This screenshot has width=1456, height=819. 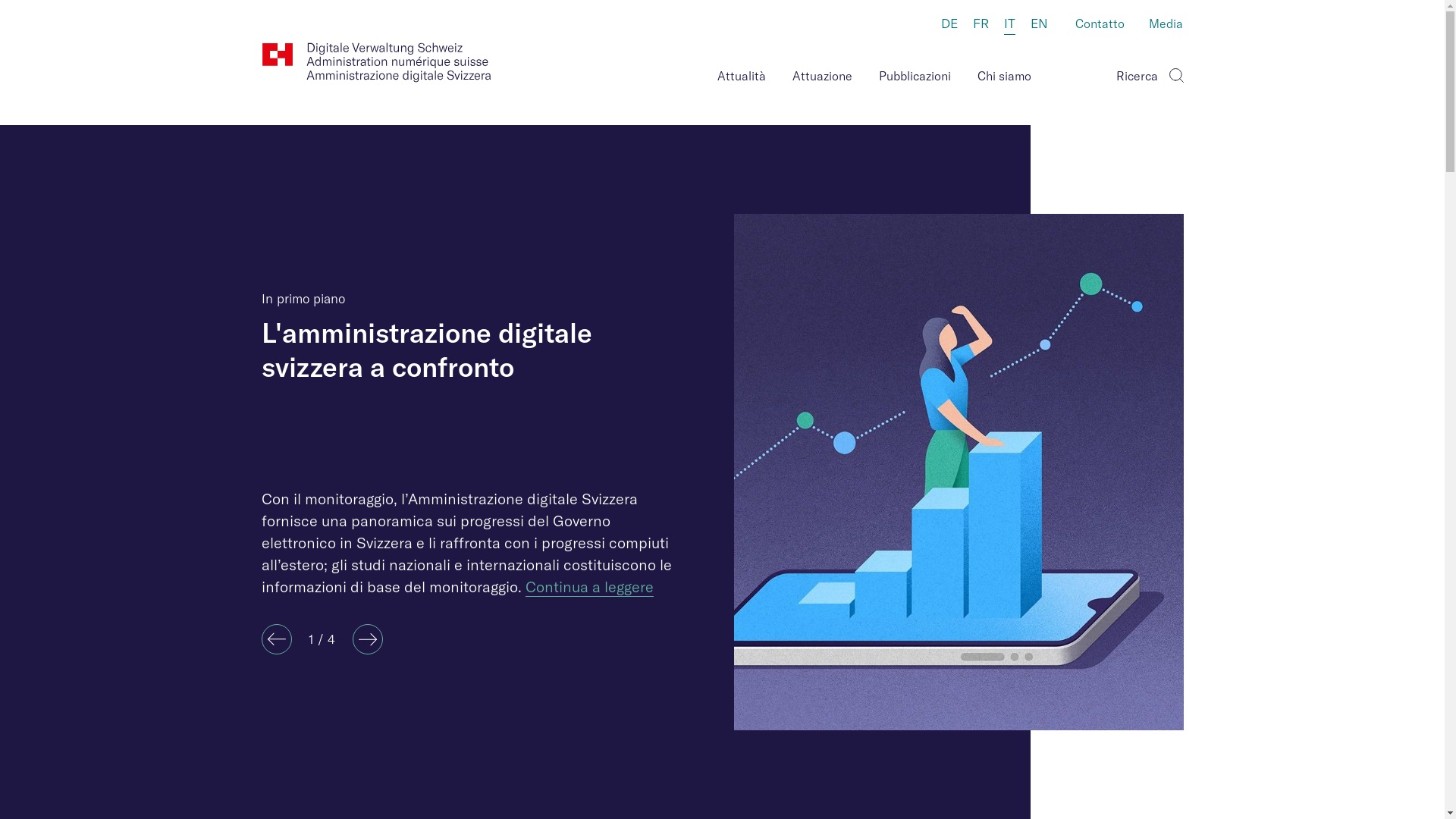 What do you see at coordinates (376, 61) in the screenshot?
I see `'Website Logo'` at bounding box center [376, 61].